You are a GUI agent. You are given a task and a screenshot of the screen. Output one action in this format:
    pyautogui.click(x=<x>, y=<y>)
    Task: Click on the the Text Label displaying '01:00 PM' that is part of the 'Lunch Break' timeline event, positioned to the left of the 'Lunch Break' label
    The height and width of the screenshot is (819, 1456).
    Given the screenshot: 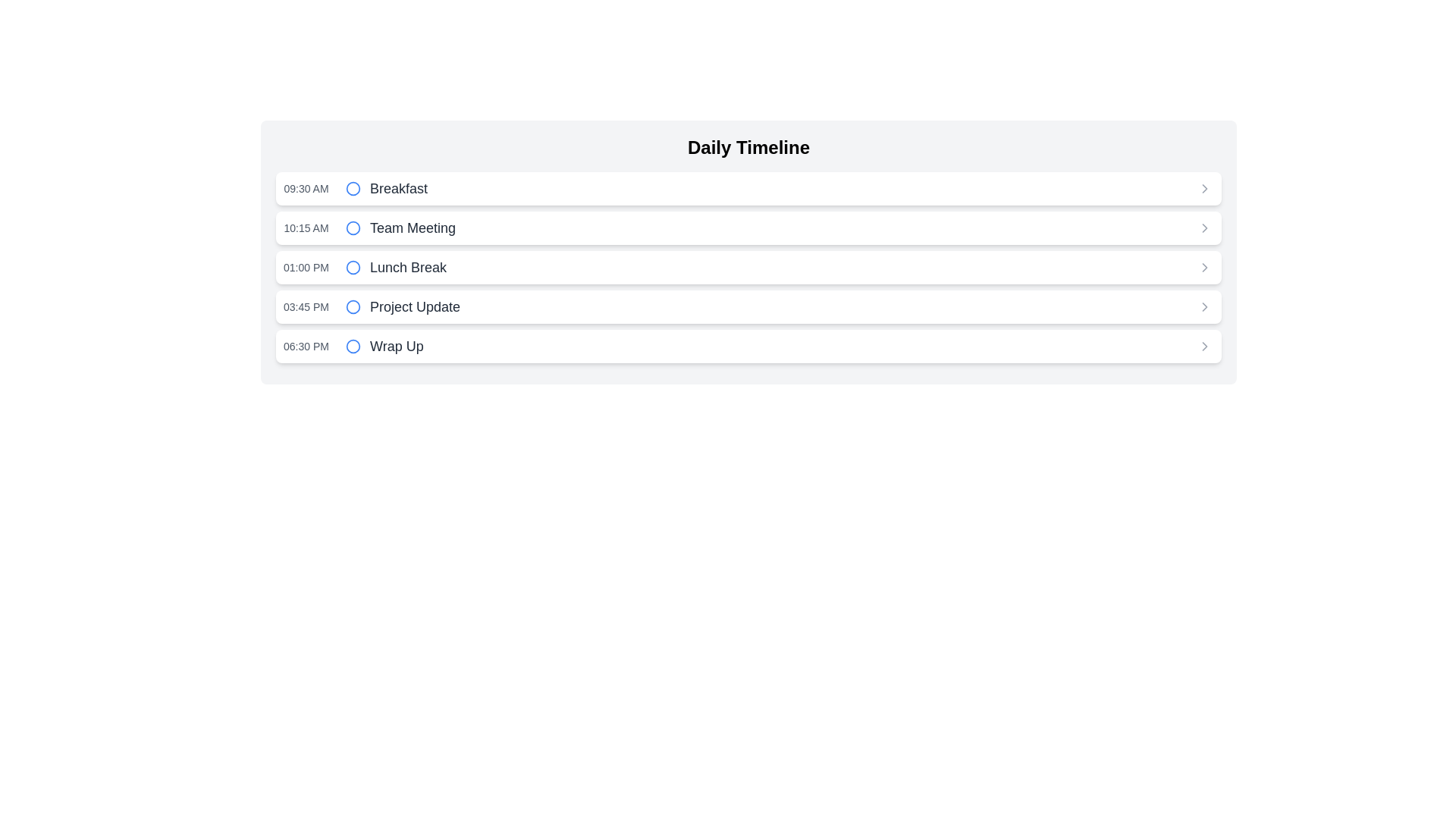 What is the action you would take?
    pyautogui.click(x=305, y=267)
    